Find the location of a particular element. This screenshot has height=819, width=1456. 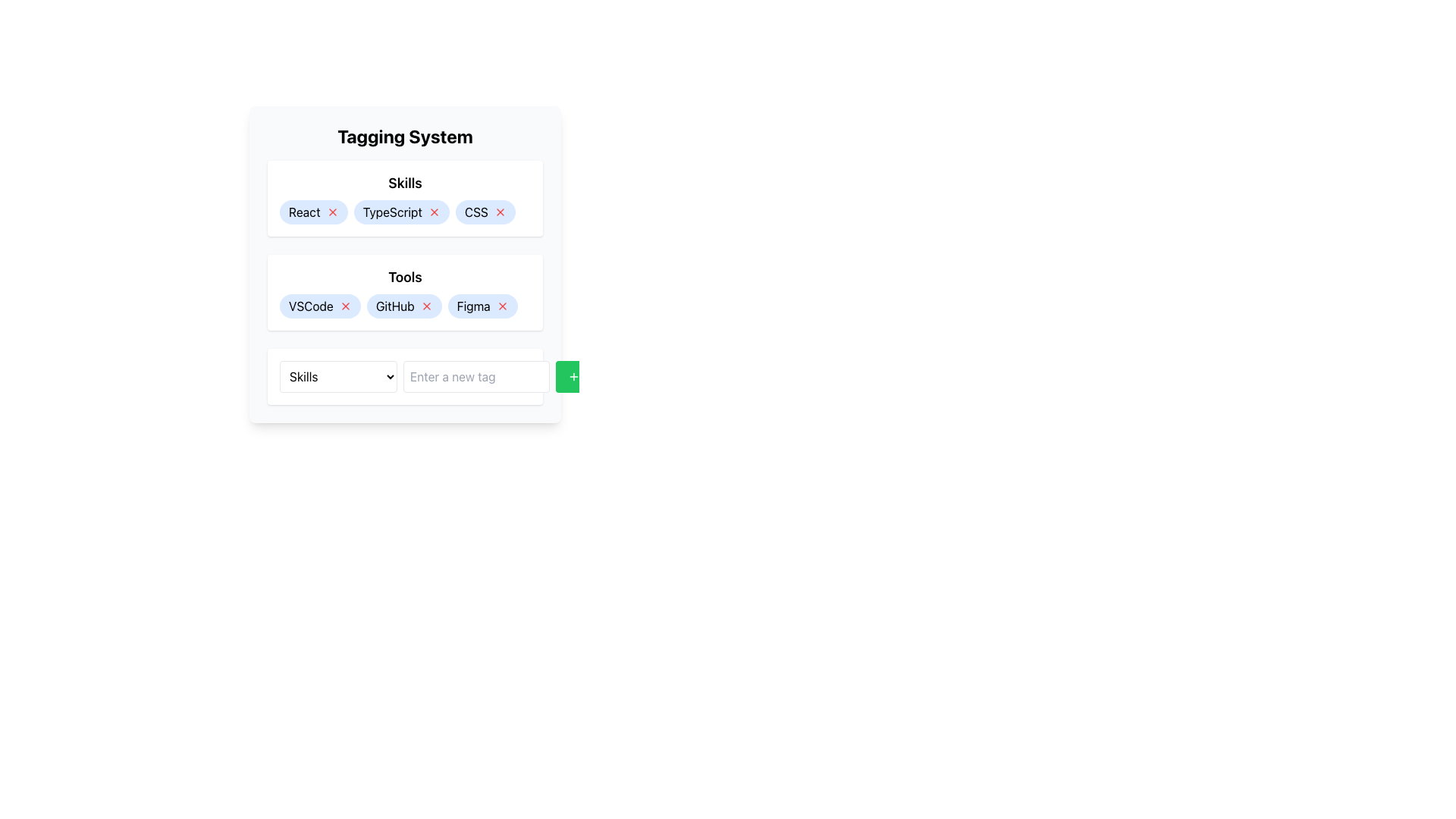

the text label reading 'VSCode', which is the first item in the 'Tools' group, styled in black on a light blue rounded background is located at coordinates (310, 306).